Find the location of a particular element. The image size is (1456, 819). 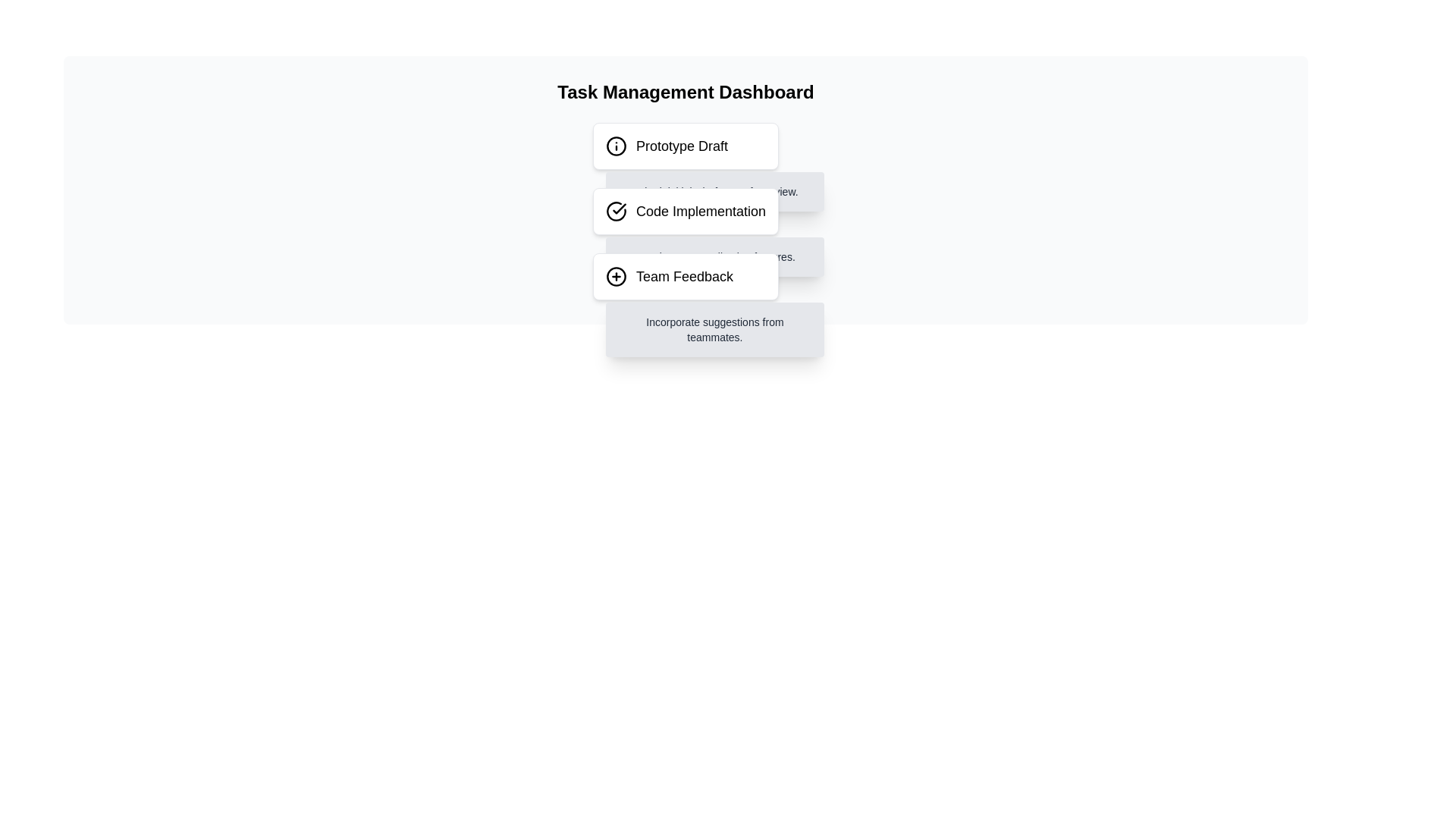

the third card in the vertically stacked list that summarizes or prompts for team feedback is located at coordinates (685, 277).